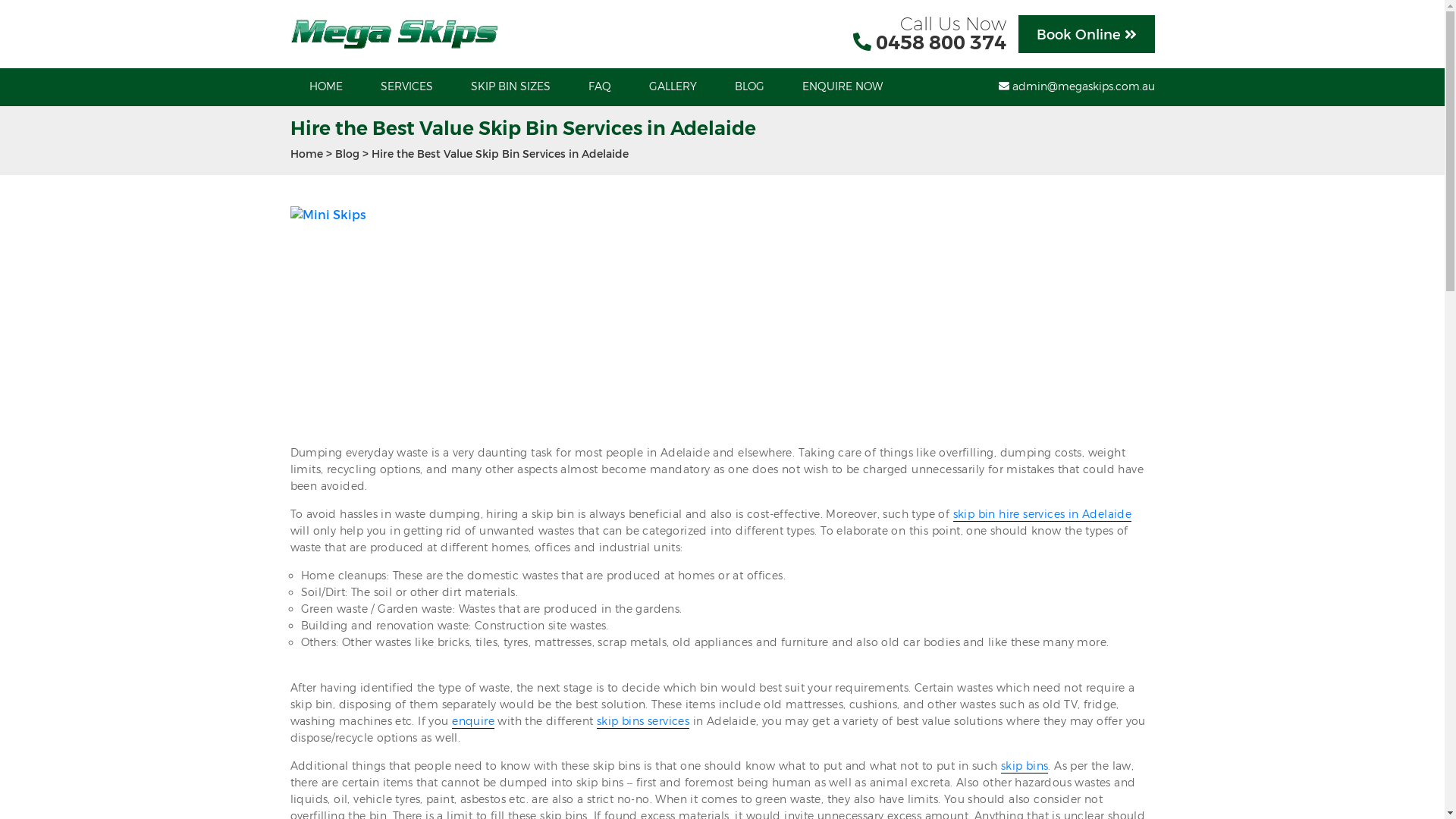 Image resolution: width=1456 pixels, height=819 pixels. I want to click on 'skip bins services', so click(643, 720).